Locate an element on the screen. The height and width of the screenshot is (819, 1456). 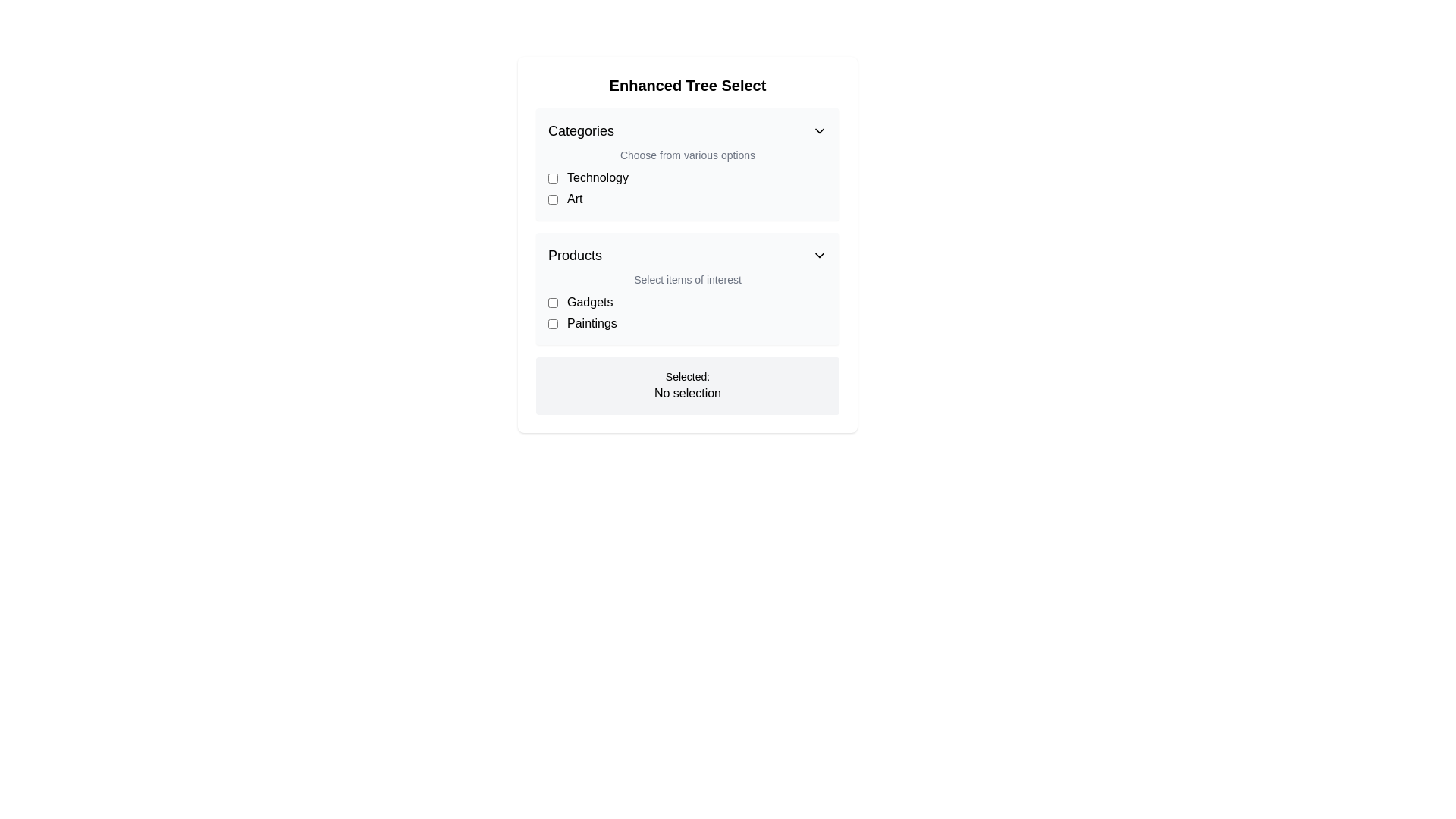
the checkbox next to the text label 'Paintings' is located at coordinates (552, 323).